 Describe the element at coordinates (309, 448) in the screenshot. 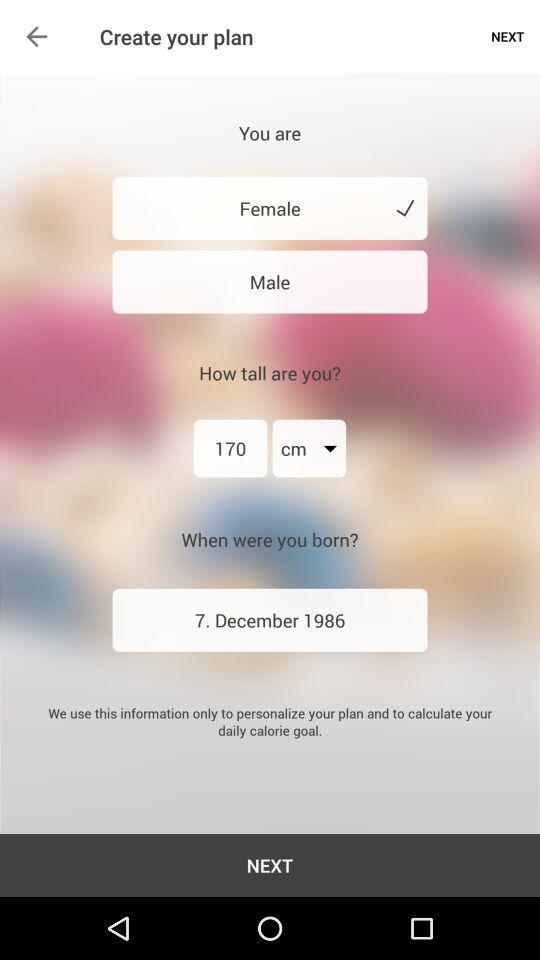

I see `cm item` at that location.